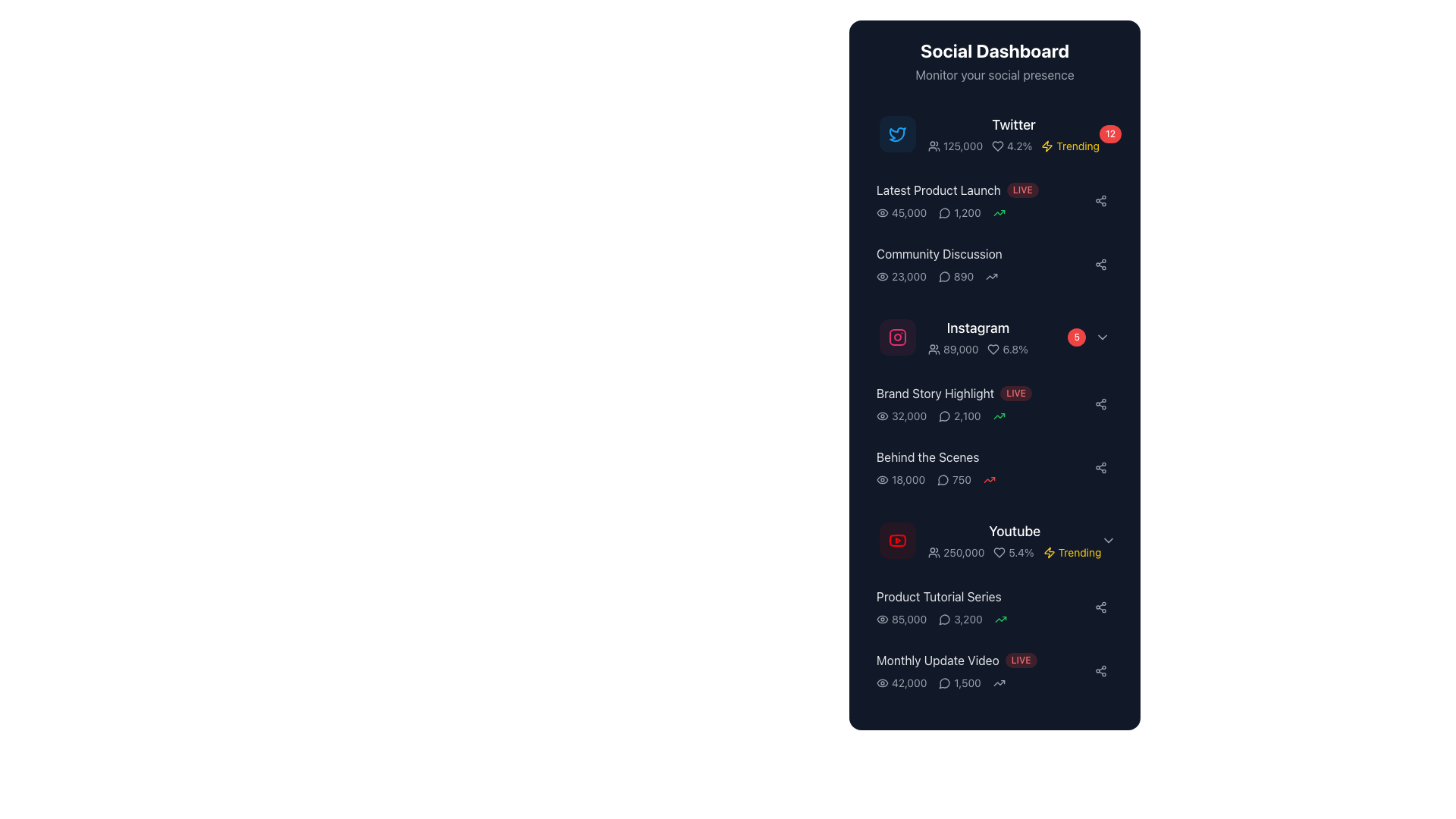 The image size is (1456, 819). What do you see at coordinates (983, 213) in the screenshot?
I see `the Information Display Row in the 'Latest Product Launch' section that shows views, comments, and trends, which includes numerical values and icons` at bounding box center [983, 213].